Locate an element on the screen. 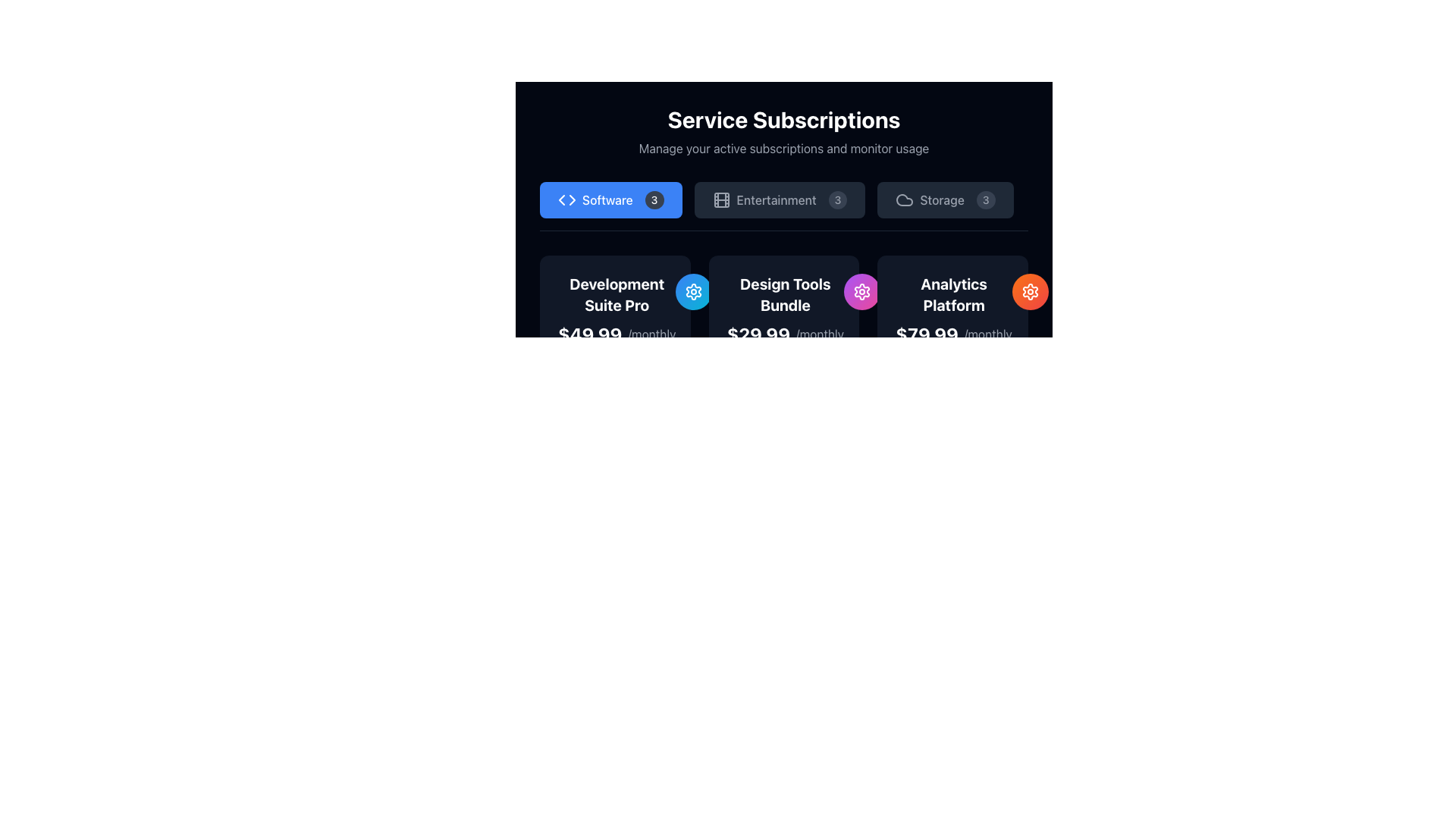  the price label displaying '$79.99' in bold white font within the 'Analytics Platform' pricing card is located at coordinates (926, 333).